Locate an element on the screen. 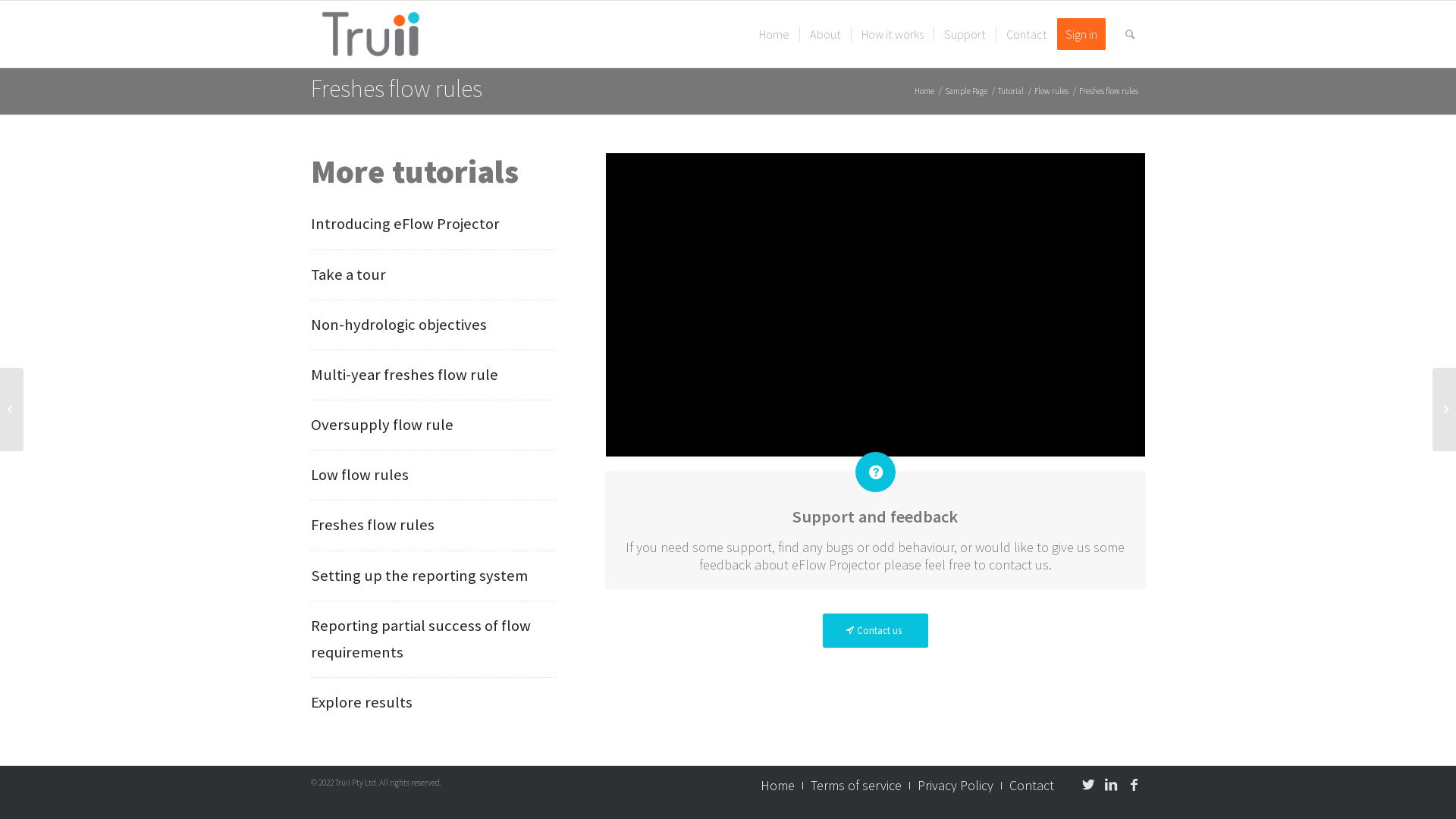 This screenshot has width=1456, height=819. 'Contact' is located at coordinates (1026, 34).